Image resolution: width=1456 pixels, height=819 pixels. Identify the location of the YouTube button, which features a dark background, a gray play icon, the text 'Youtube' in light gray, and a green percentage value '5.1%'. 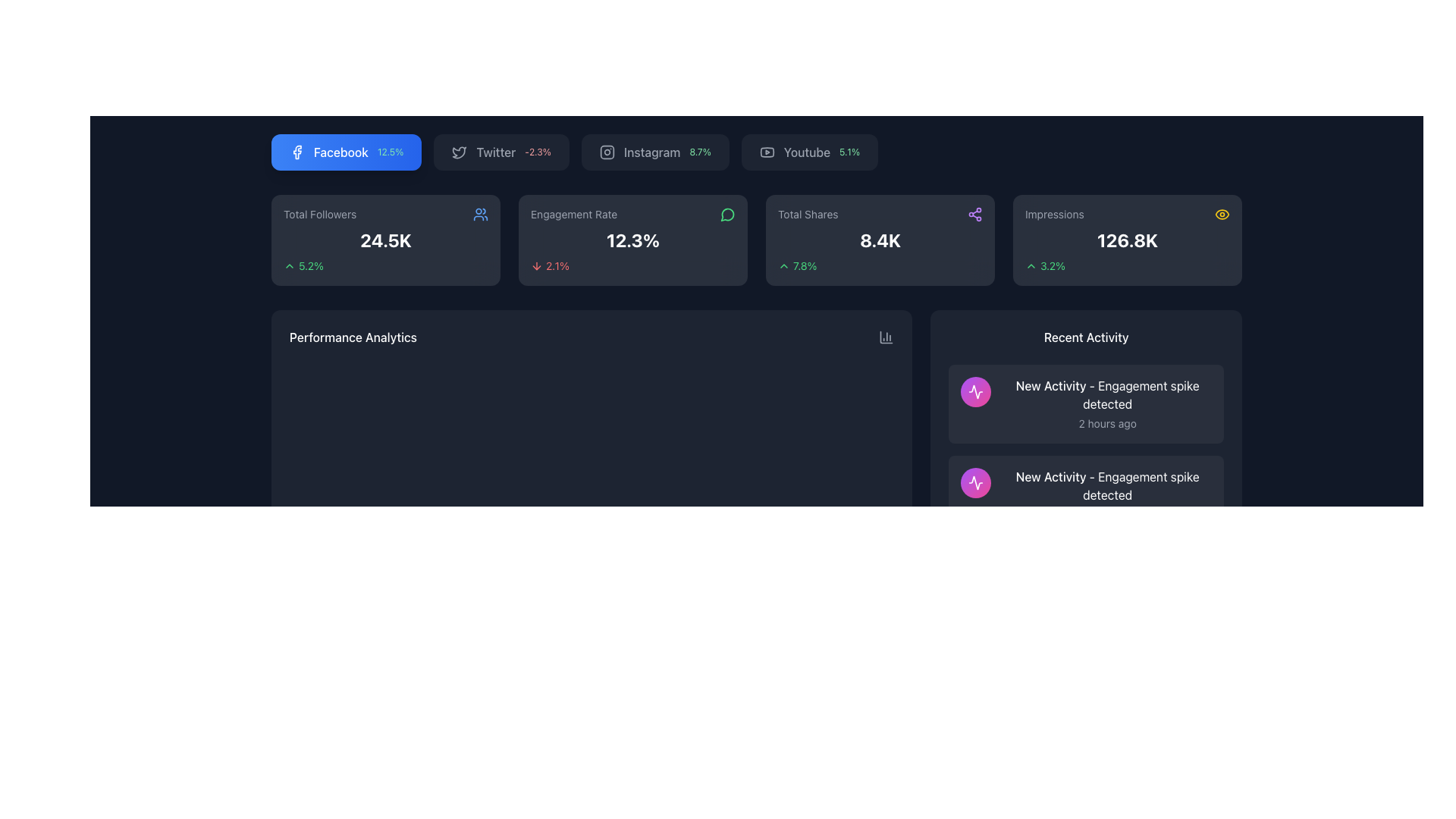
(808, 152).